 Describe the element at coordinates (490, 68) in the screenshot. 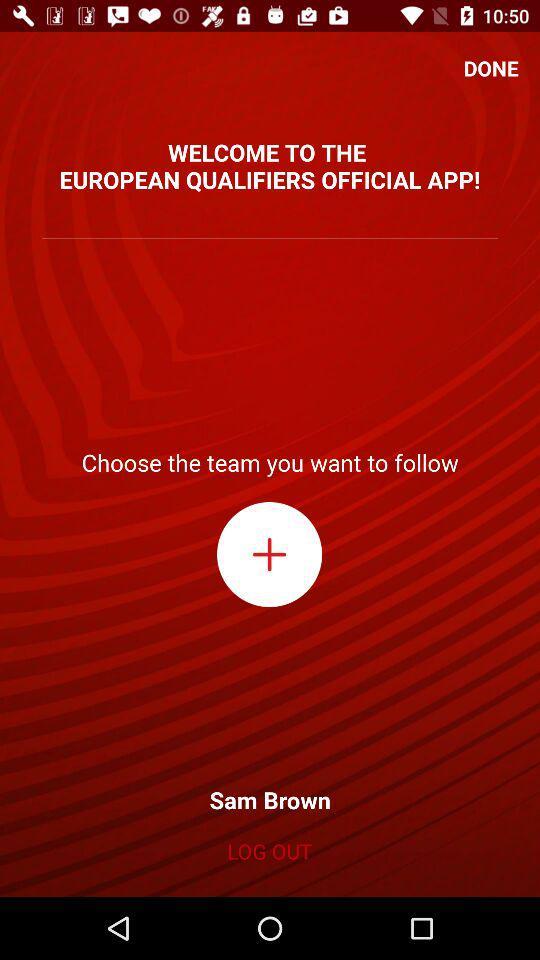

I see `the icon above the welcome to the item` at that location.